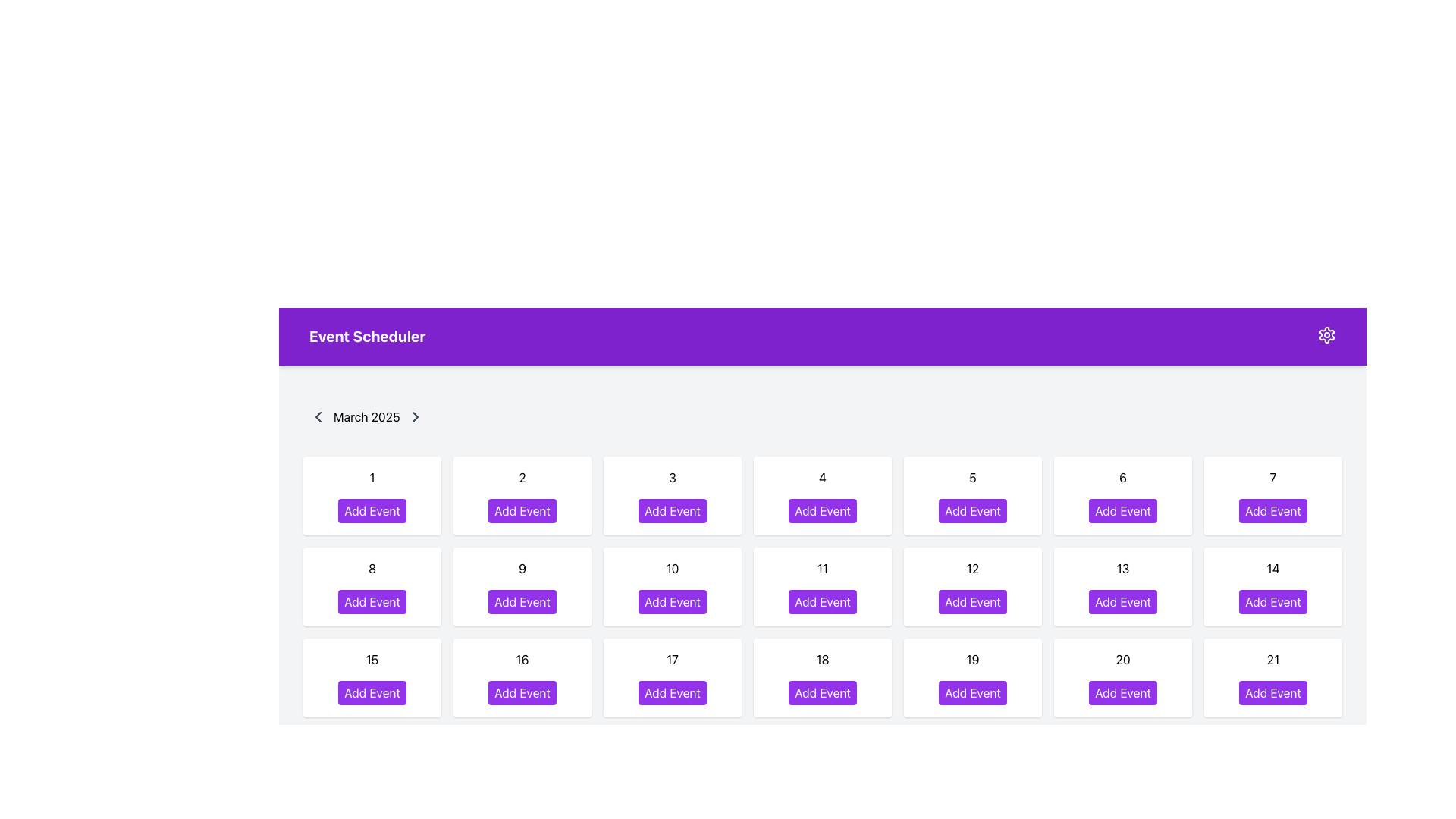 Image resolution: width=1456 pixels, height=819 pixels. Describe the element at coordinates (318, 417) in the screenshot. I see `the navigation icon button located to the left of the 'March 2025' label` at that location.